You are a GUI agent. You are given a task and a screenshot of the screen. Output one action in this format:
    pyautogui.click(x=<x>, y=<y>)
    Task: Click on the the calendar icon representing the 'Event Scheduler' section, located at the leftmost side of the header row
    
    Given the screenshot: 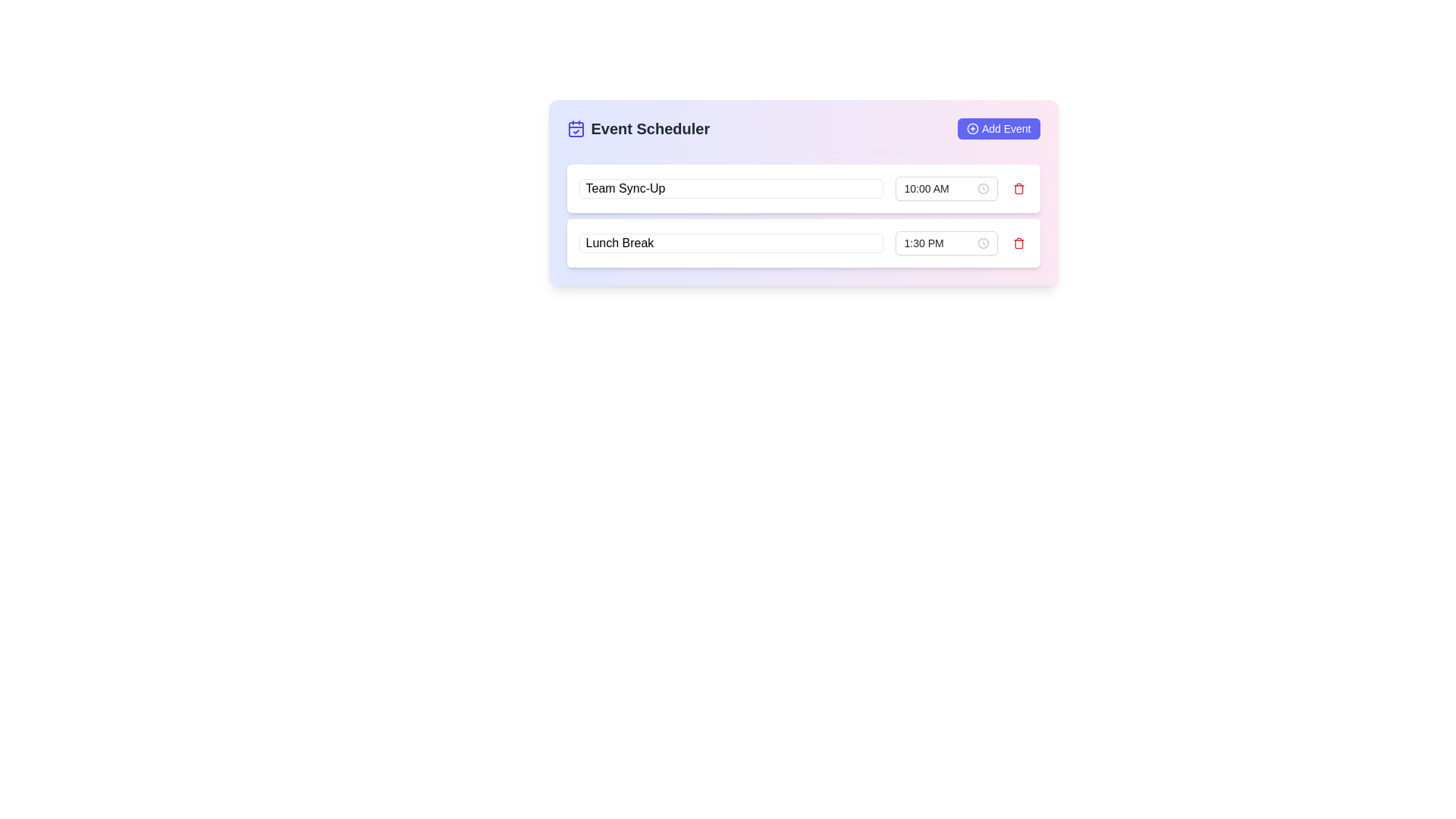 What is the action you would take?
    pyautogui.click(x=575, y=127)
    